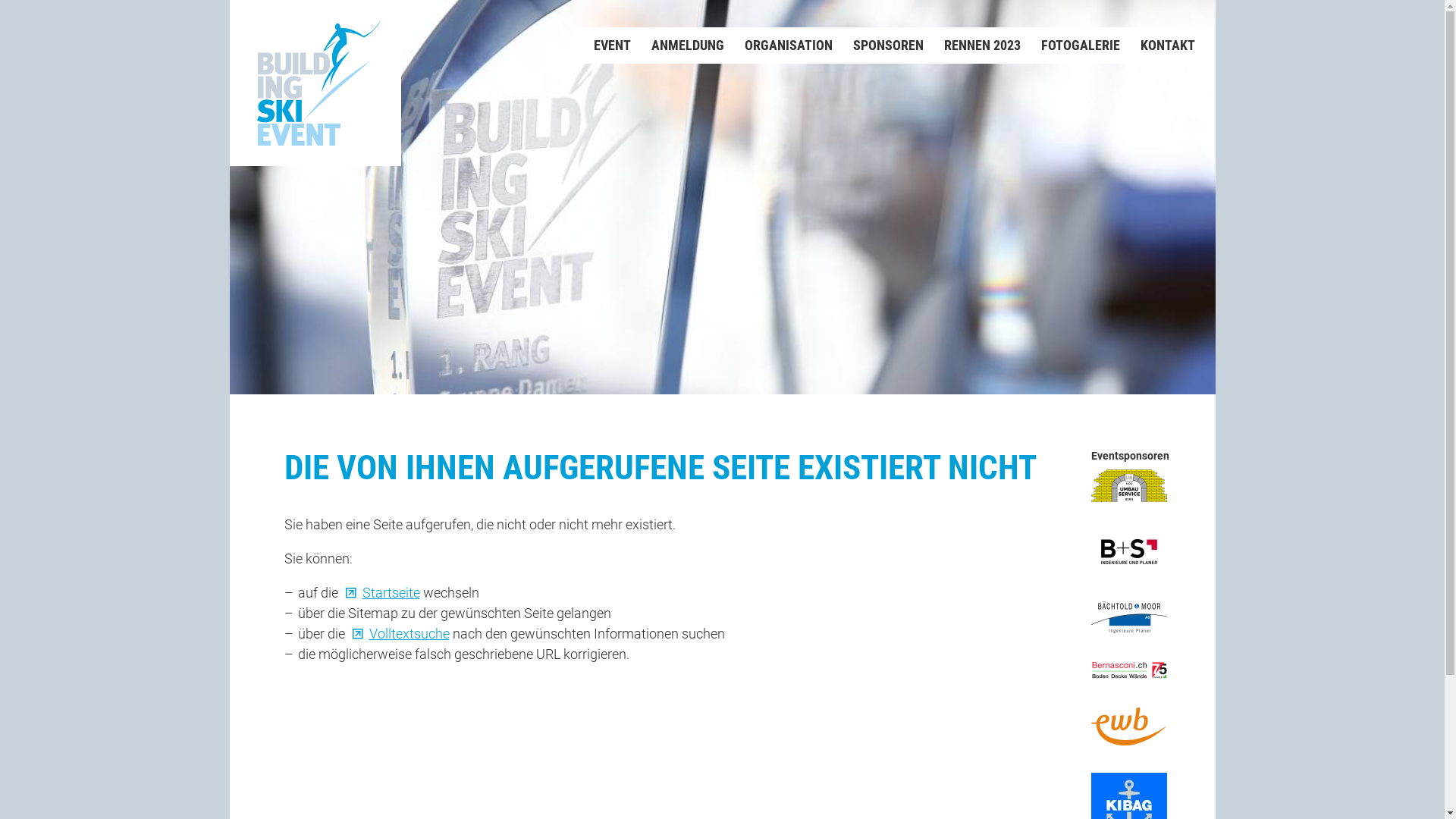 The height and width of the screenshot is (819, 1456). I want to click on 'EVENT', so click(601, 45).